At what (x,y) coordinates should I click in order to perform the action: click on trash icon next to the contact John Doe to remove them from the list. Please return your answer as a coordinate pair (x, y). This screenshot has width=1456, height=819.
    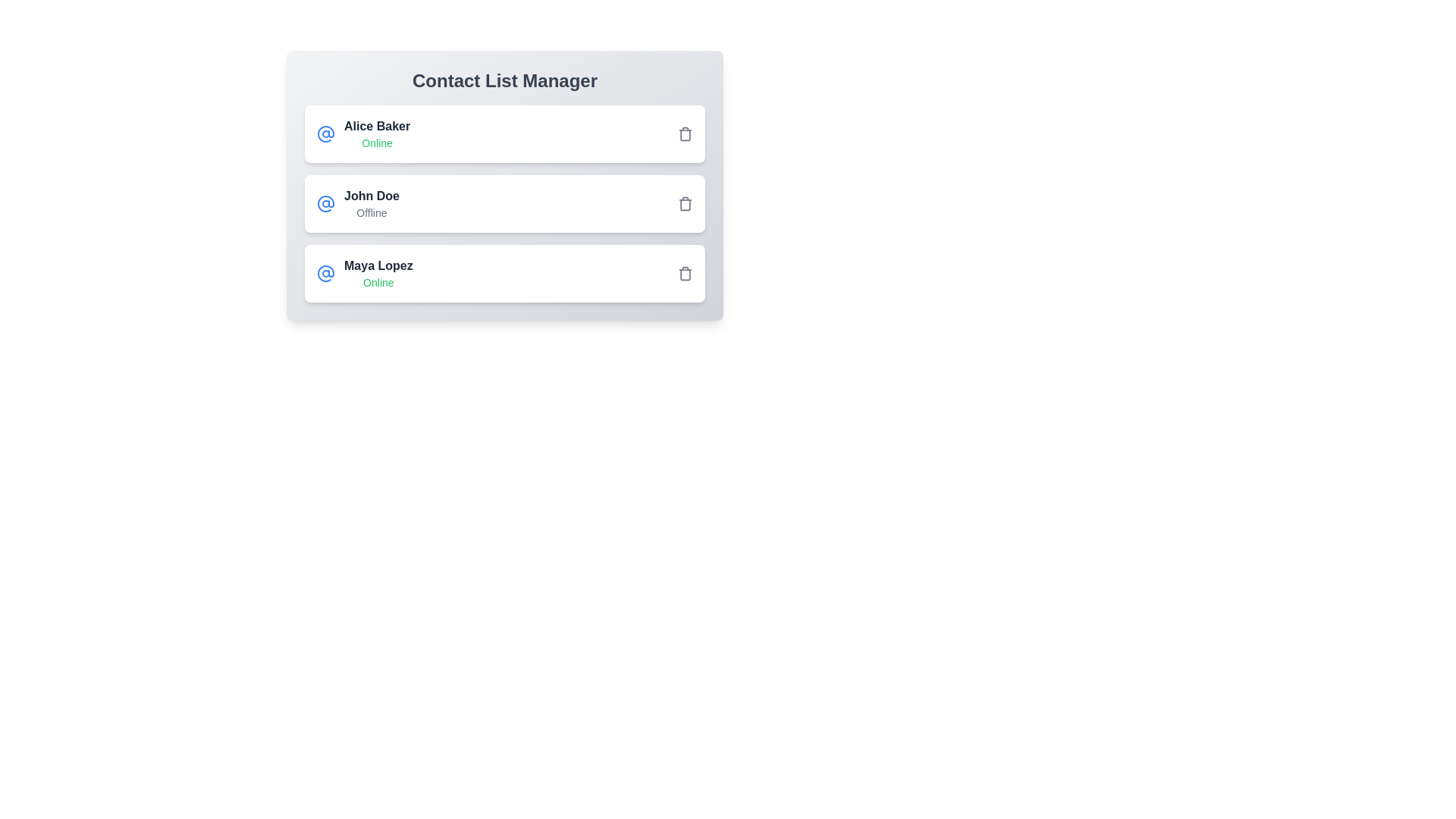
    Looking at the image, I should click on (684, 203).